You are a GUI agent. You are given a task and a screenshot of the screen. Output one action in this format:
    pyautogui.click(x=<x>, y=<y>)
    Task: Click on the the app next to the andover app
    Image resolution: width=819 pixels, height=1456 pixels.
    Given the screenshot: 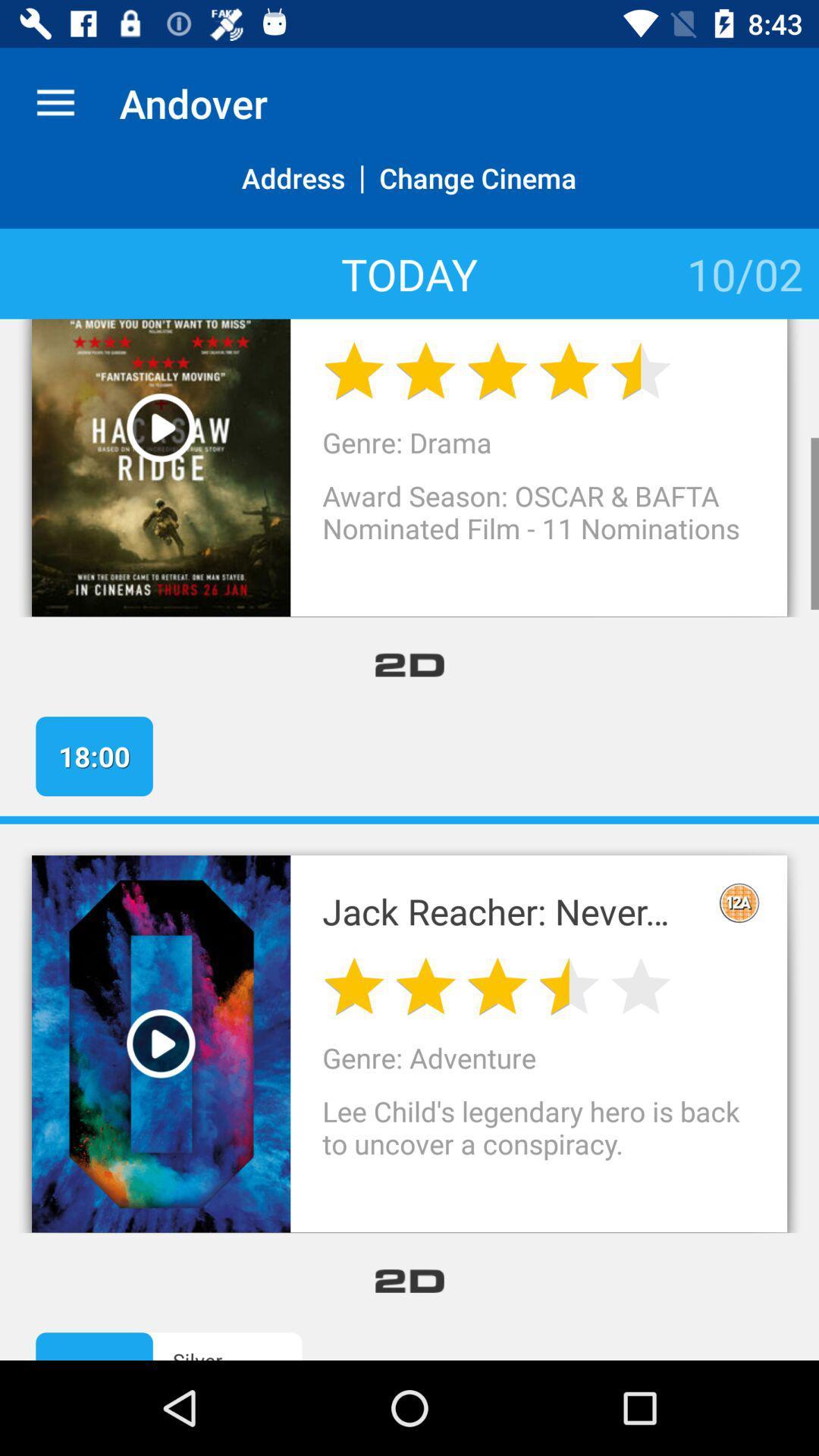 What is the action you would take?
    pyautogui.click(x=55, y=102)
    